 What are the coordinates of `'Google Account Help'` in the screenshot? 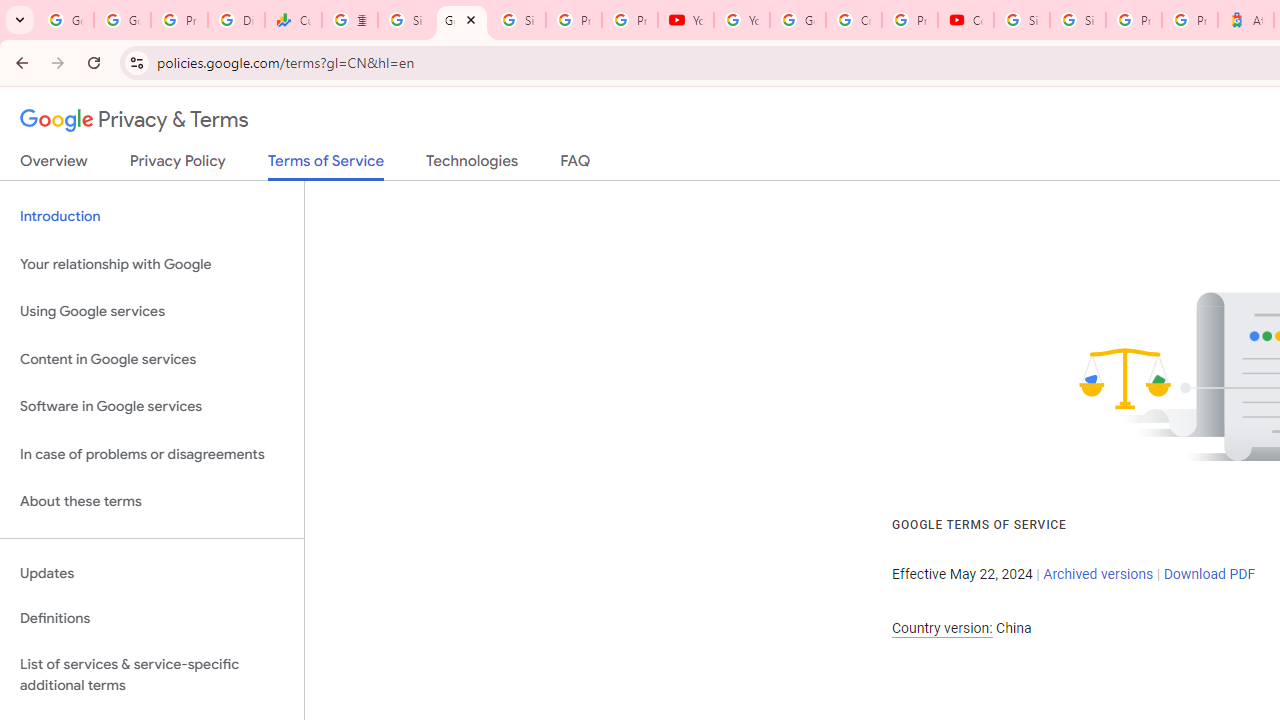 It's located at (797, 20).